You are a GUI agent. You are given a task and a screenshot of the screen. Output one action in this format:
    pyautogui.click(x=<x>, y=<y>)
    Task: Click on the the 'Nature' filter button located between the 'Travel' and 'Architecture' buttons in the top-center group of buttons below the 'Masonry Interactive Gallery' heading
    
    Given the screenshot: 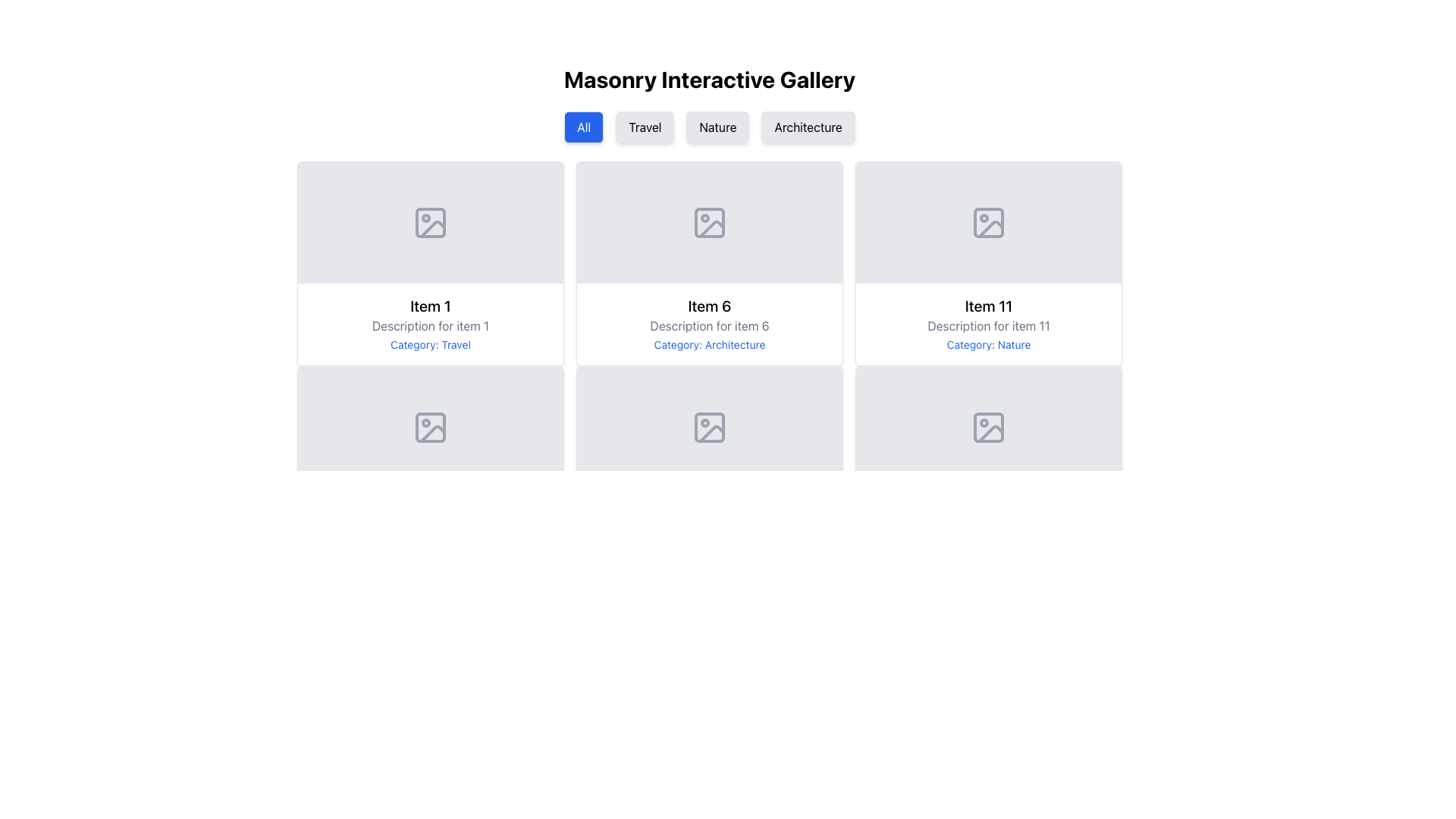 What is the action you would take?
    pyautogui.click(x=717, y=127)
    